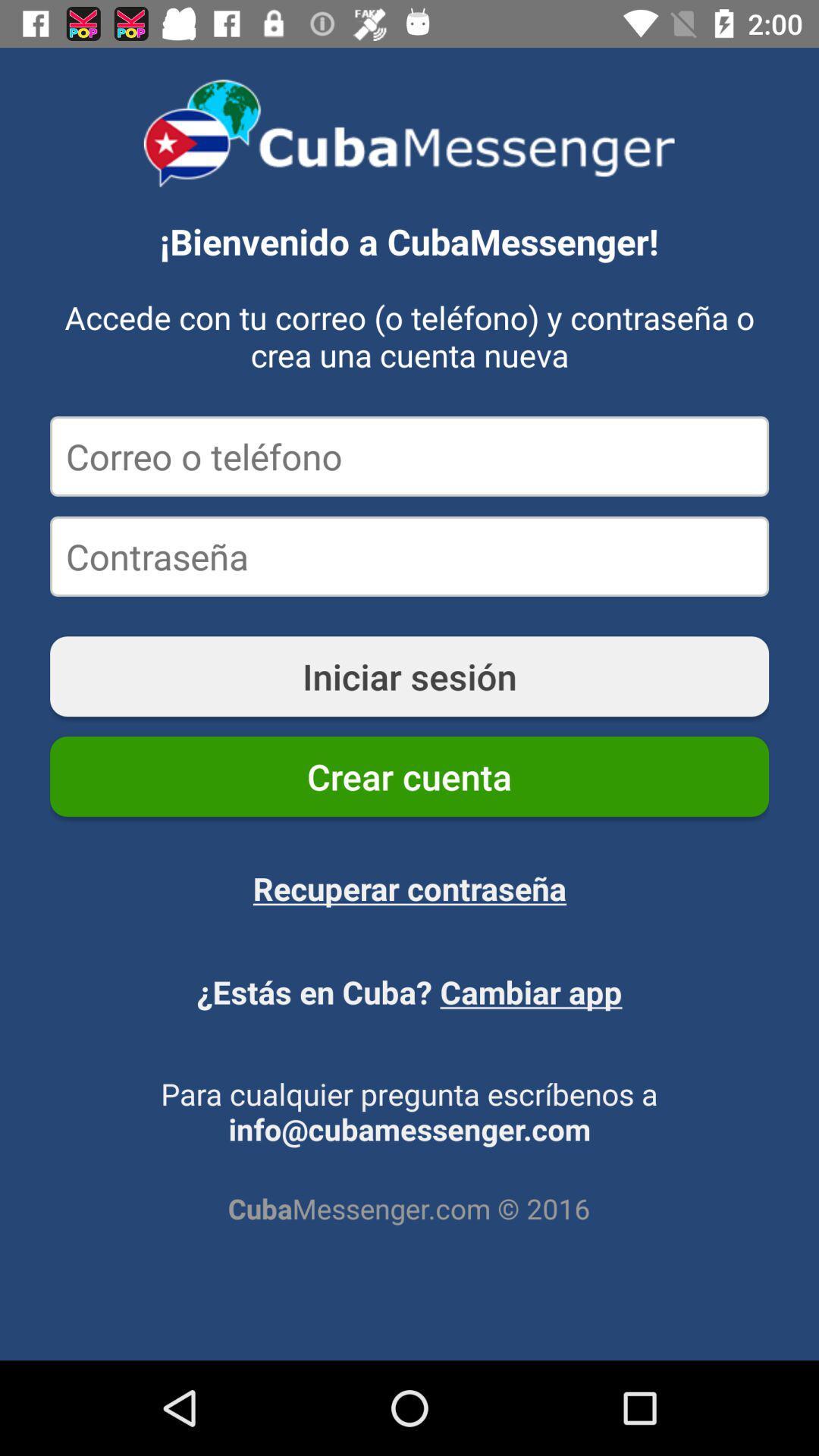  What do you see at coordinates (409, 676) in the screenshot?
I see `button above the crear cuenta button` at bounding box center [409, 676].